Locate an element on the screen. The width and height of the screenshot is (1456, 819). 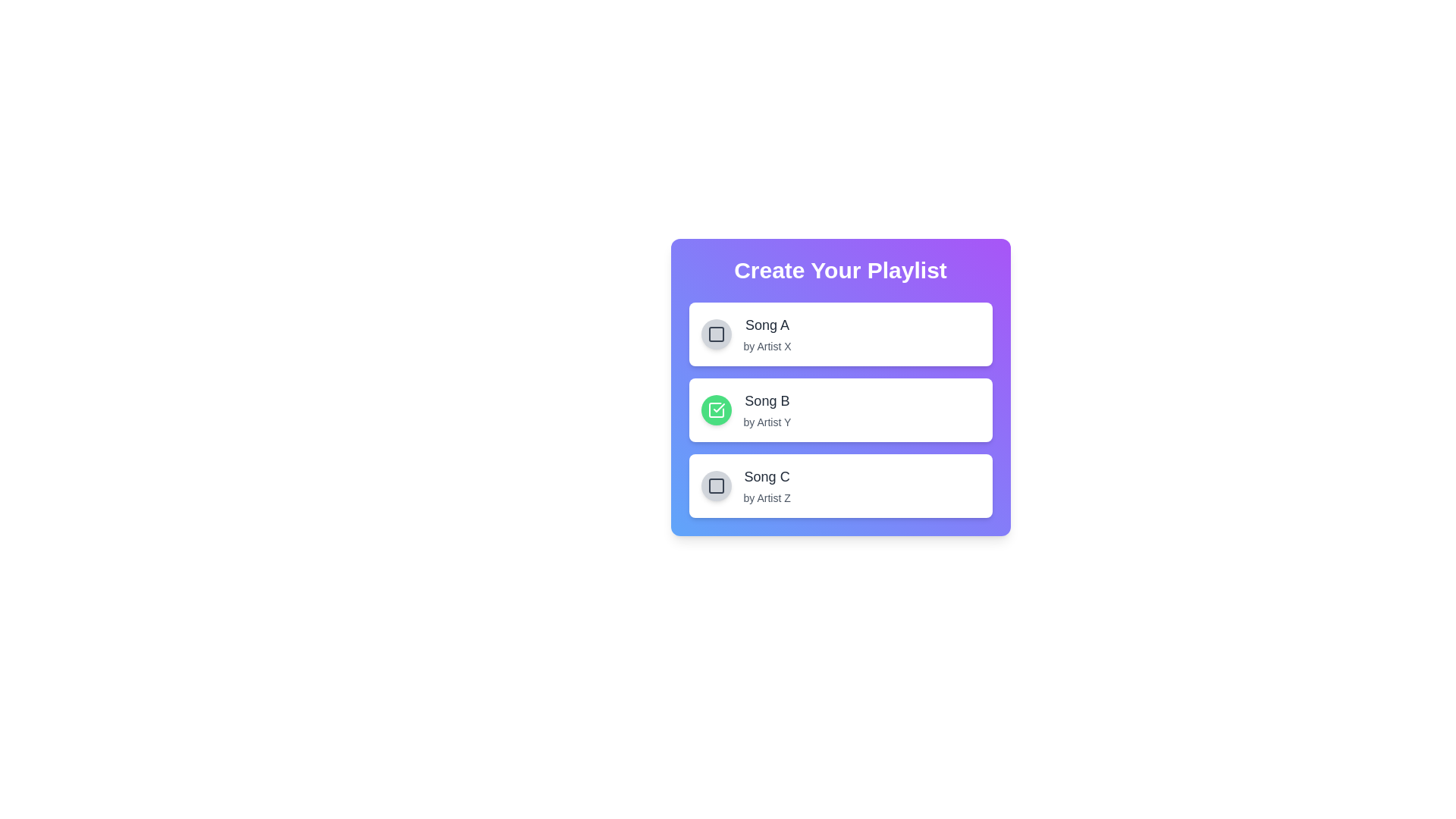
the checkbox for Song C by clicking it is located at coordinates (715, 485).